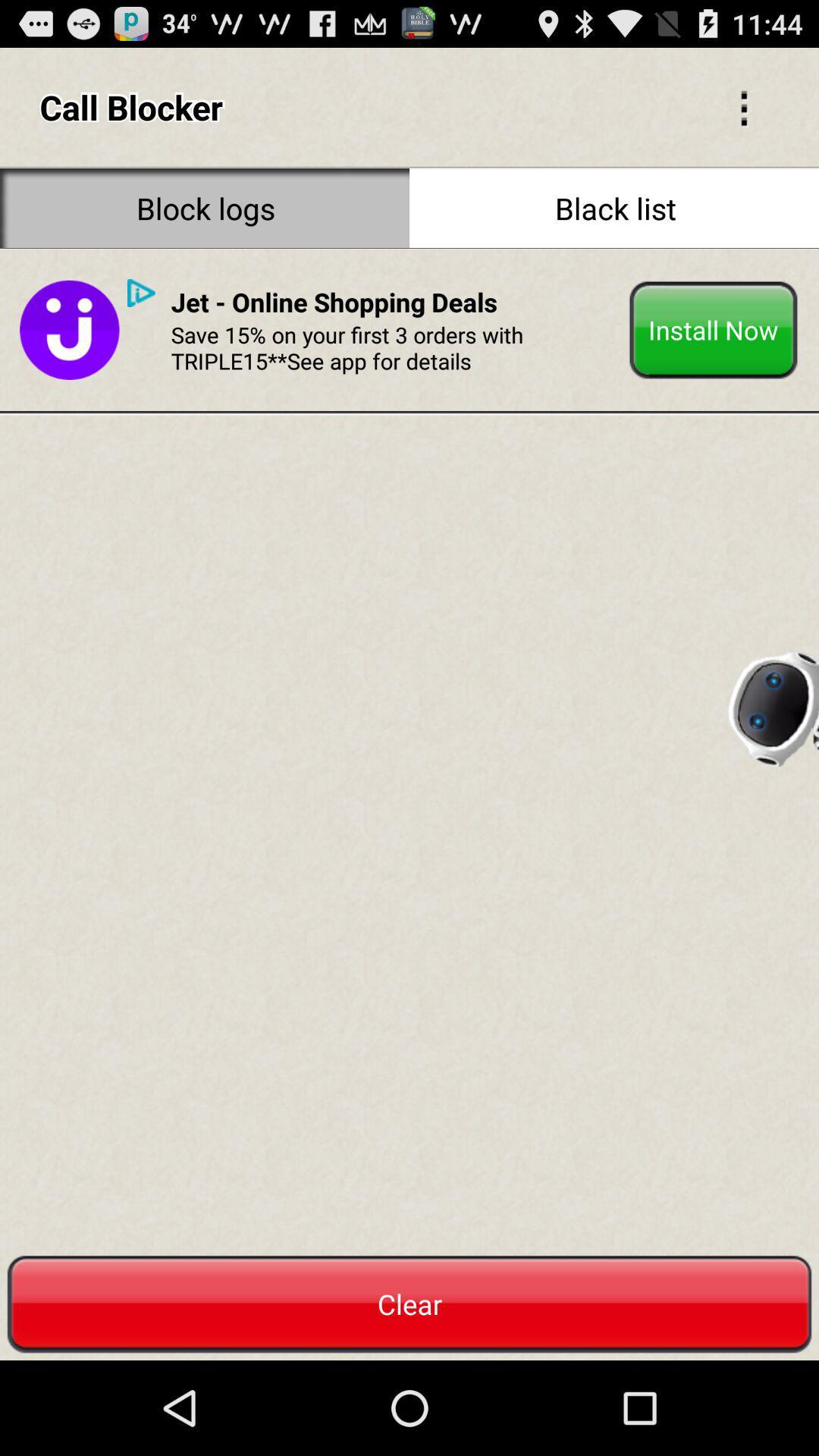  What do you see at coordinates (714, 329) in the screenshot?
I see `install now` at bounding box center [714, 329].